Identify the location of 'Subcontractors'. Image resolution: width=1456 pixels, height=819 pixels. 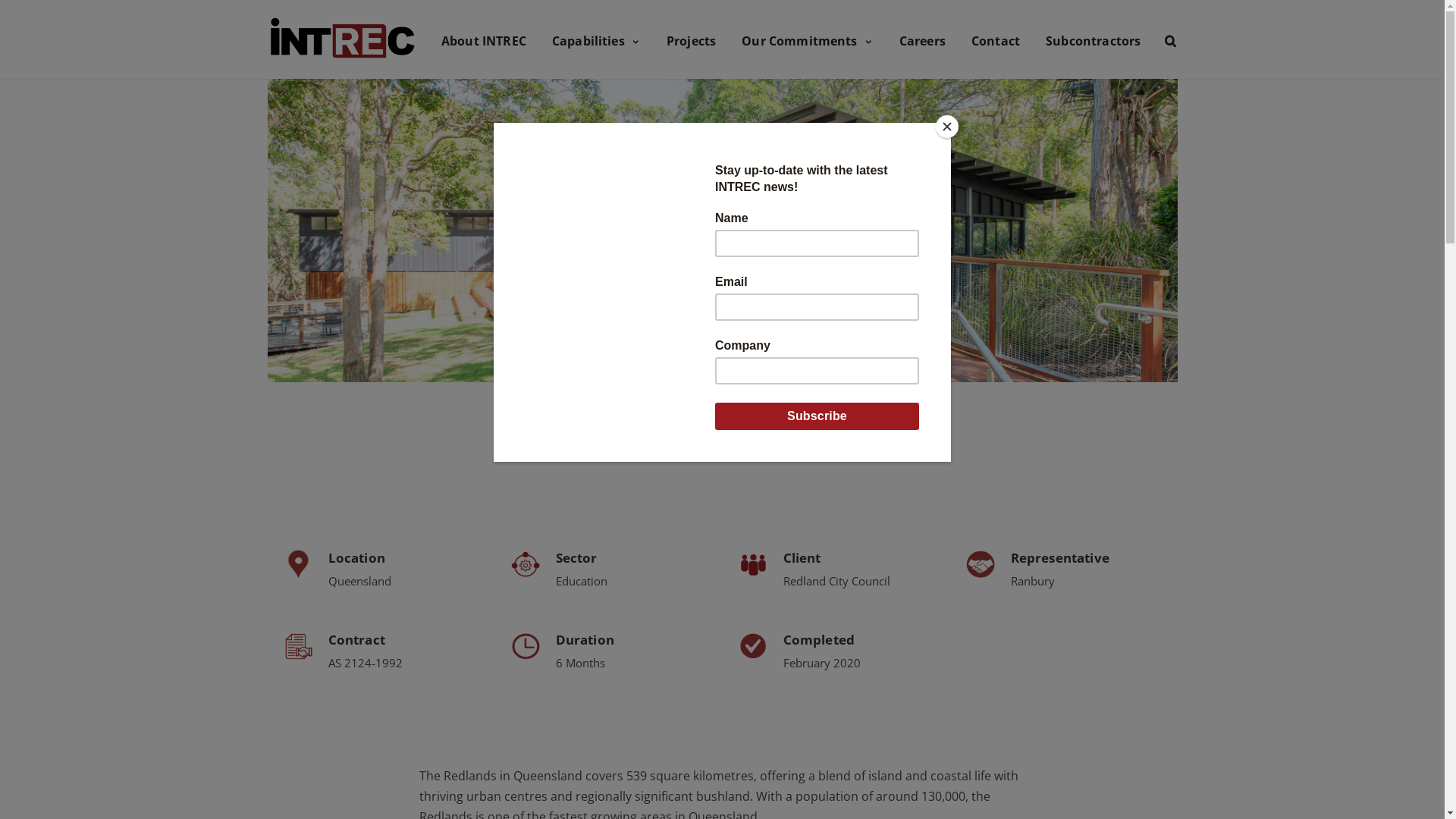
(1093, 38).